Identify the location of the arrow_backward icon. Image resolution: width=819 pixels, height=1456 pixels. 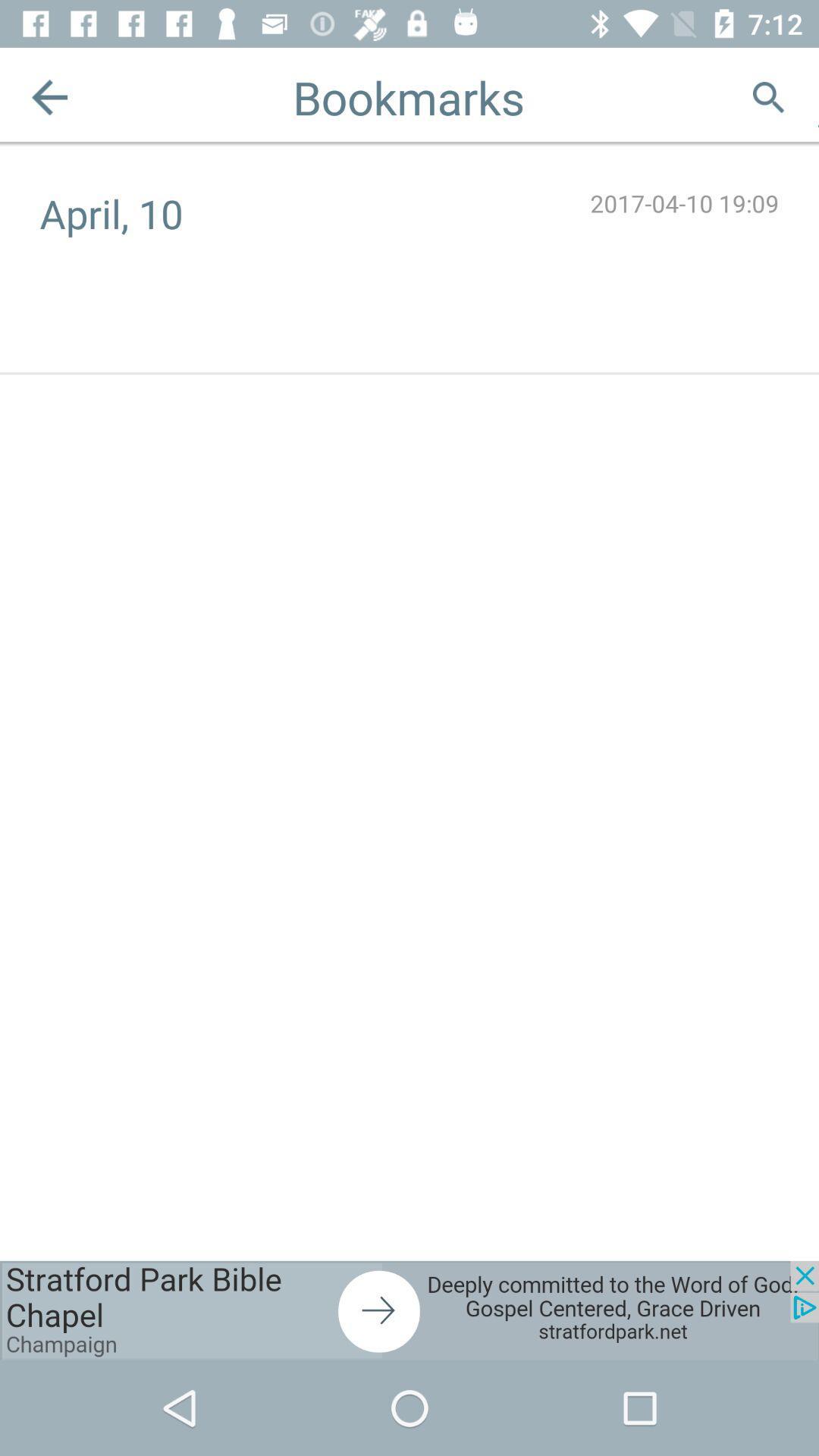
(49, 96).